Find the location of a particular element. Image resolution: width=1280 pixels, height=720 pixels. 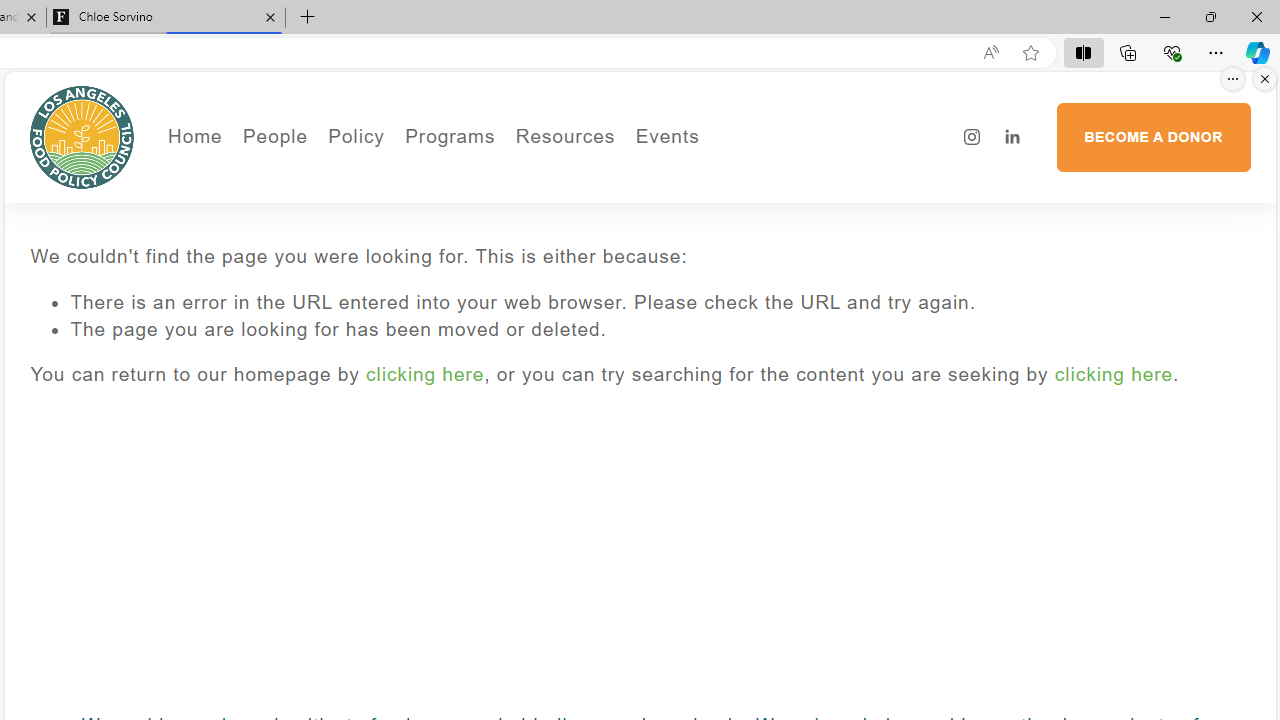

'Chloe Sorvino' is located at coordinates (166, 17).